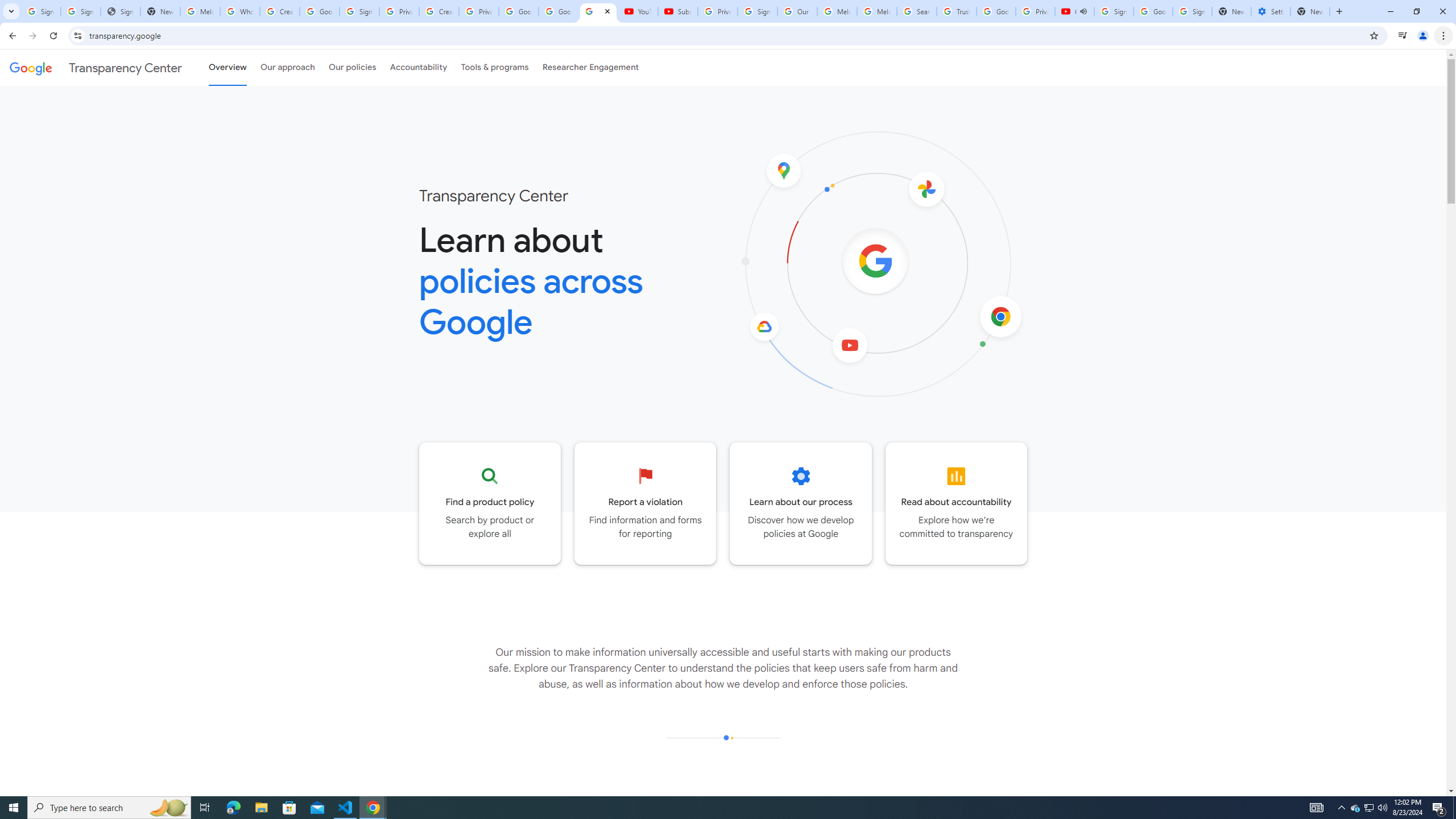  I want to click on 'Sign in - Google Accounts', so click(1113, 11).